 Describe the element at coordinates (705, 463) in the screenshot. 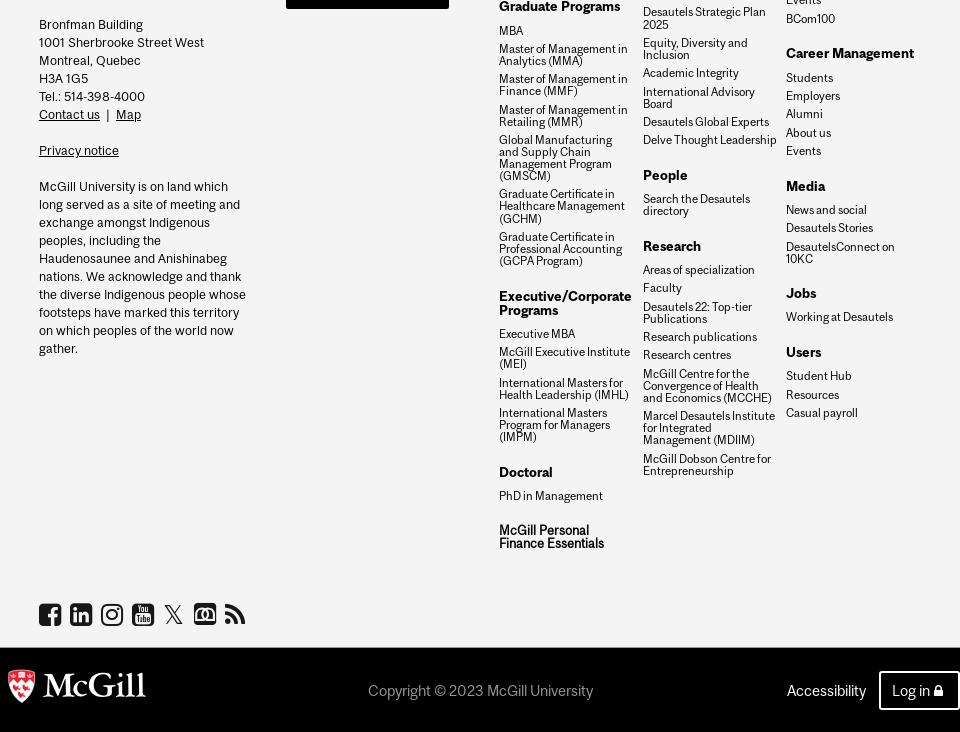

I see `'McGill Dobson Centre for Entrepreneurship'` at that location.